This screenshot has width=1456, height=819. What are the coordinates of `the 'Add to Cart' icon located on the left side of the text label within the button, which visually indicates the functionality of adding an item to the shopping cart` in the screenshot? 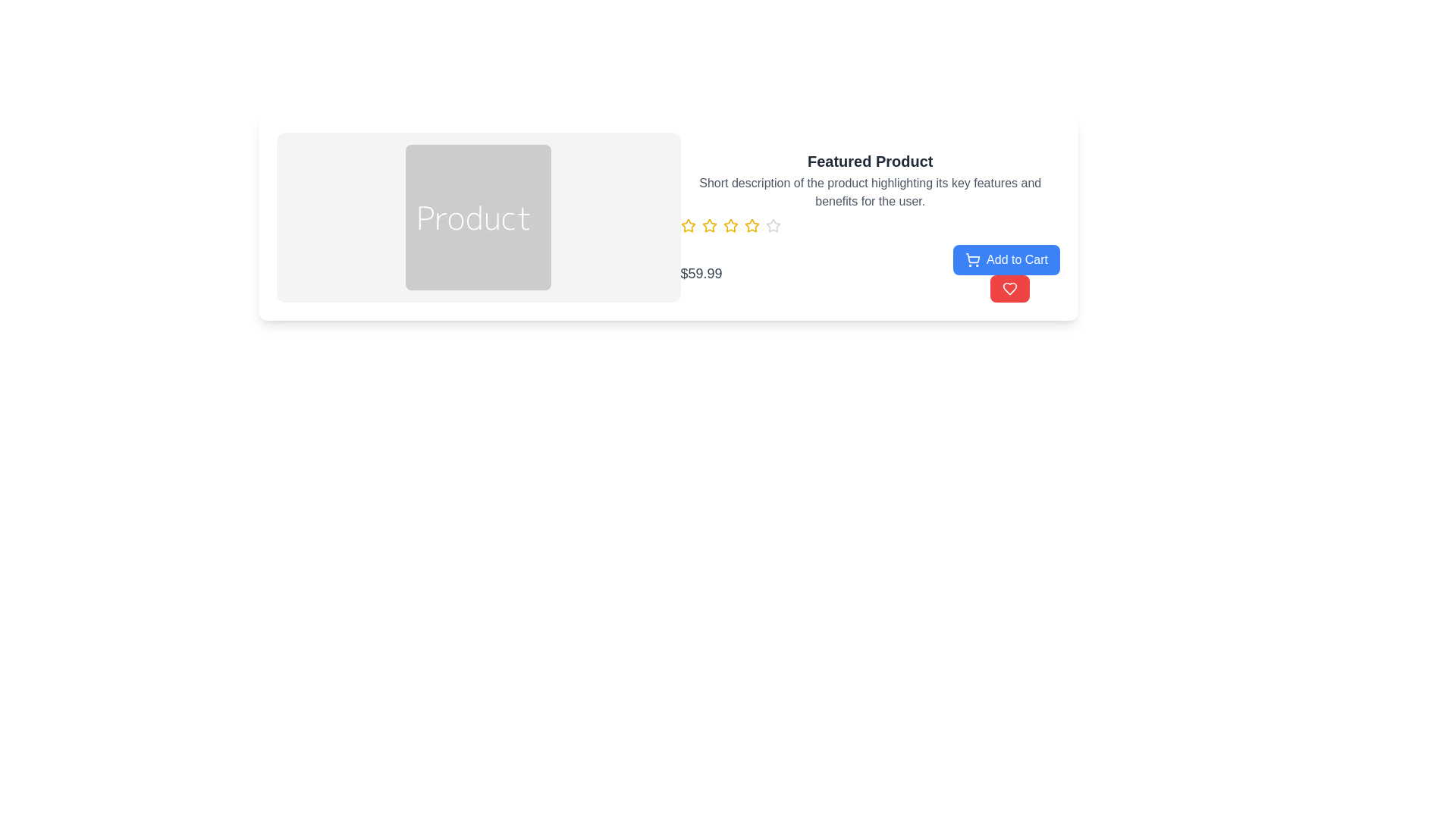 It's located at (973, 259).